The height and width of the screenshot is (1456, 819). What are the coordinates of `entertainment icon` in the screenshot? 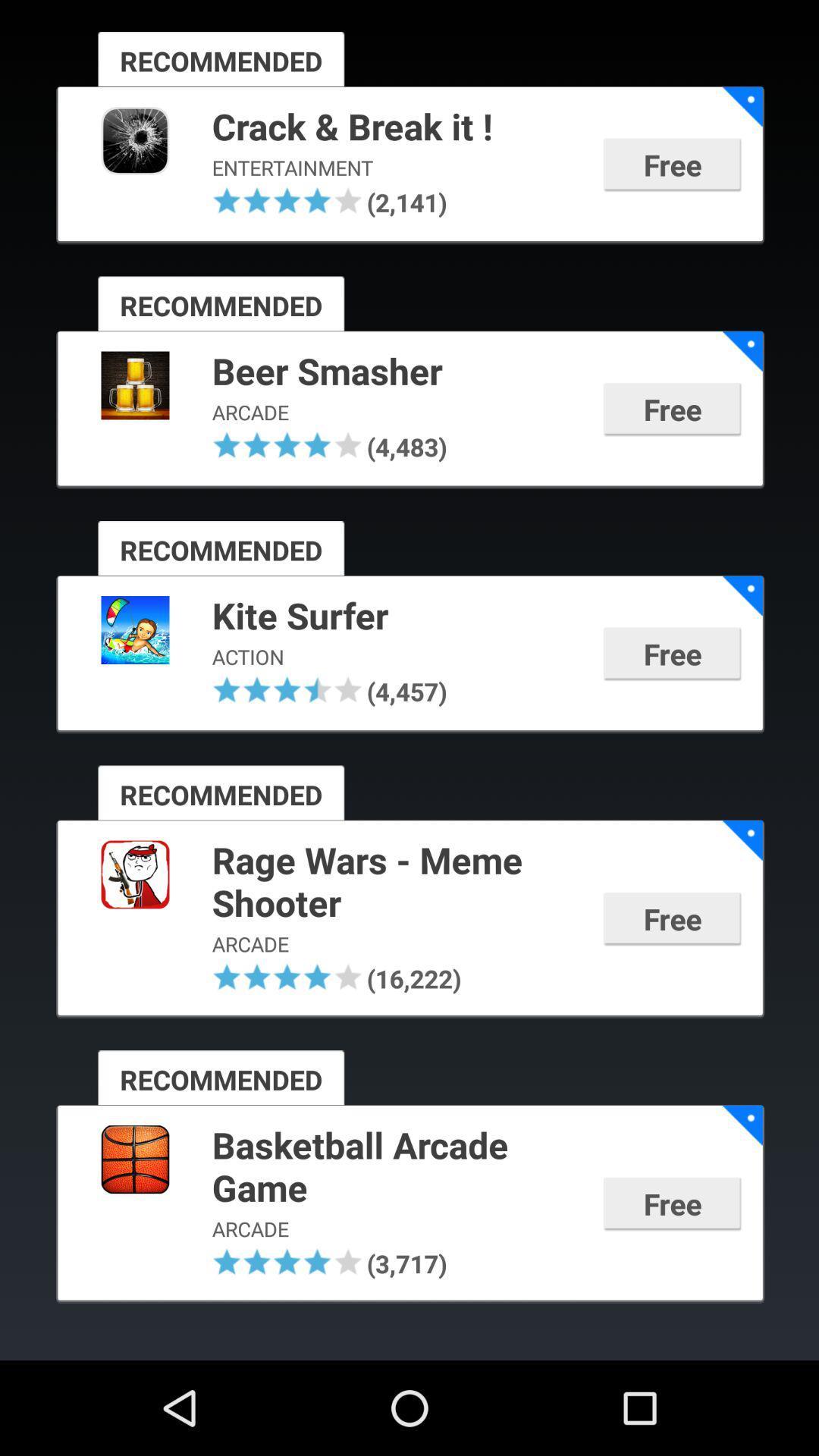 It's located at (397, 165).